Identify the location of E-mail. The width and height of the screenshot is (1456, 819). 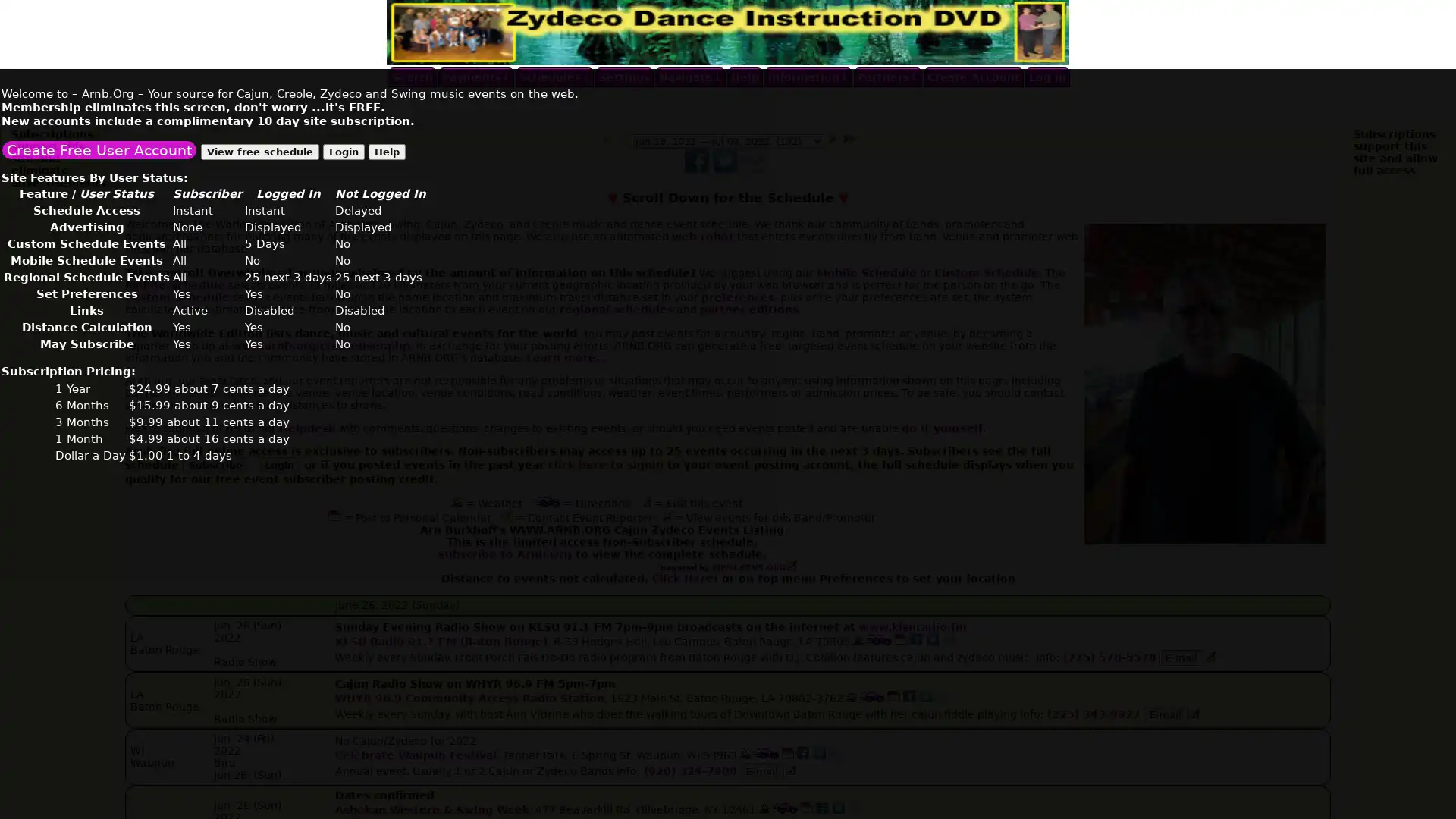
(1181, 657).